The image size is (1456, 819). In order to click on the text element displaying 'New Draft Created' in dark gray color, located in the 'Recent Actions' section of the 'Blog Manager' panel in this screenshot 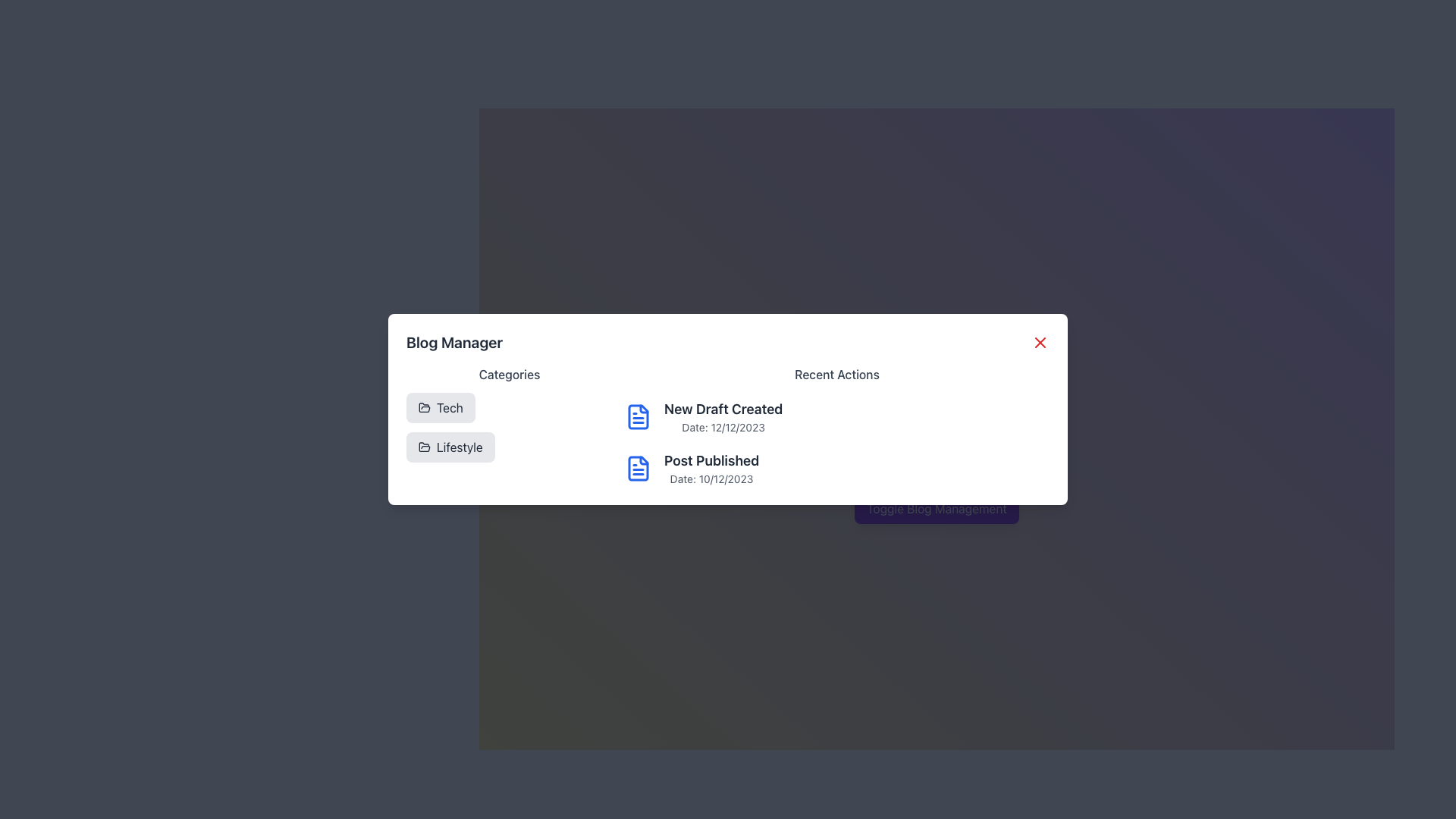, I will do `click(723, 409)`.